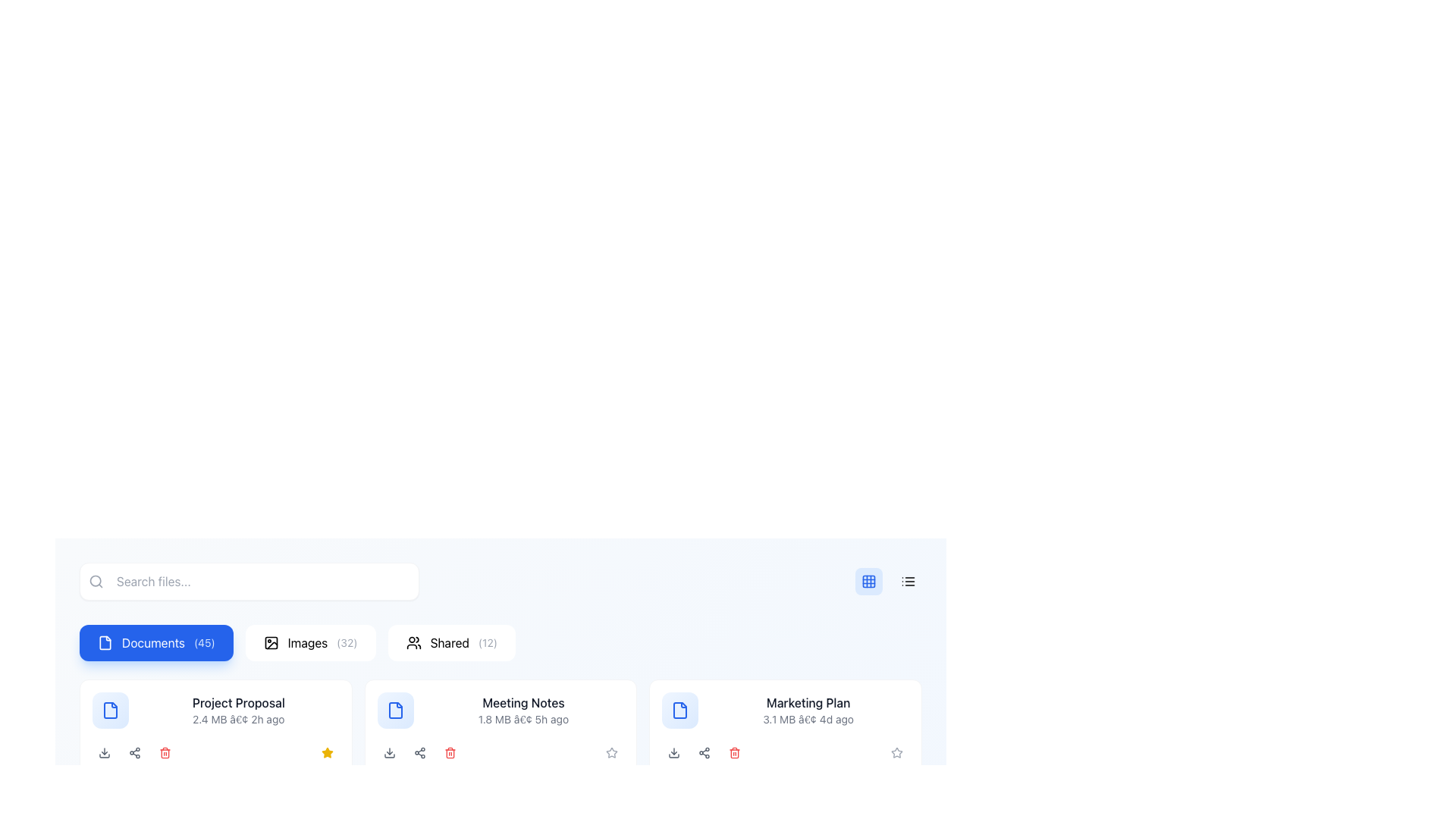  What do you see at coordinates (271, 643) in the screenshot?
I see `the minimalistic icon representing an image, located within the 'Images (32)' navigation bar` at bounding box center [271, 643].